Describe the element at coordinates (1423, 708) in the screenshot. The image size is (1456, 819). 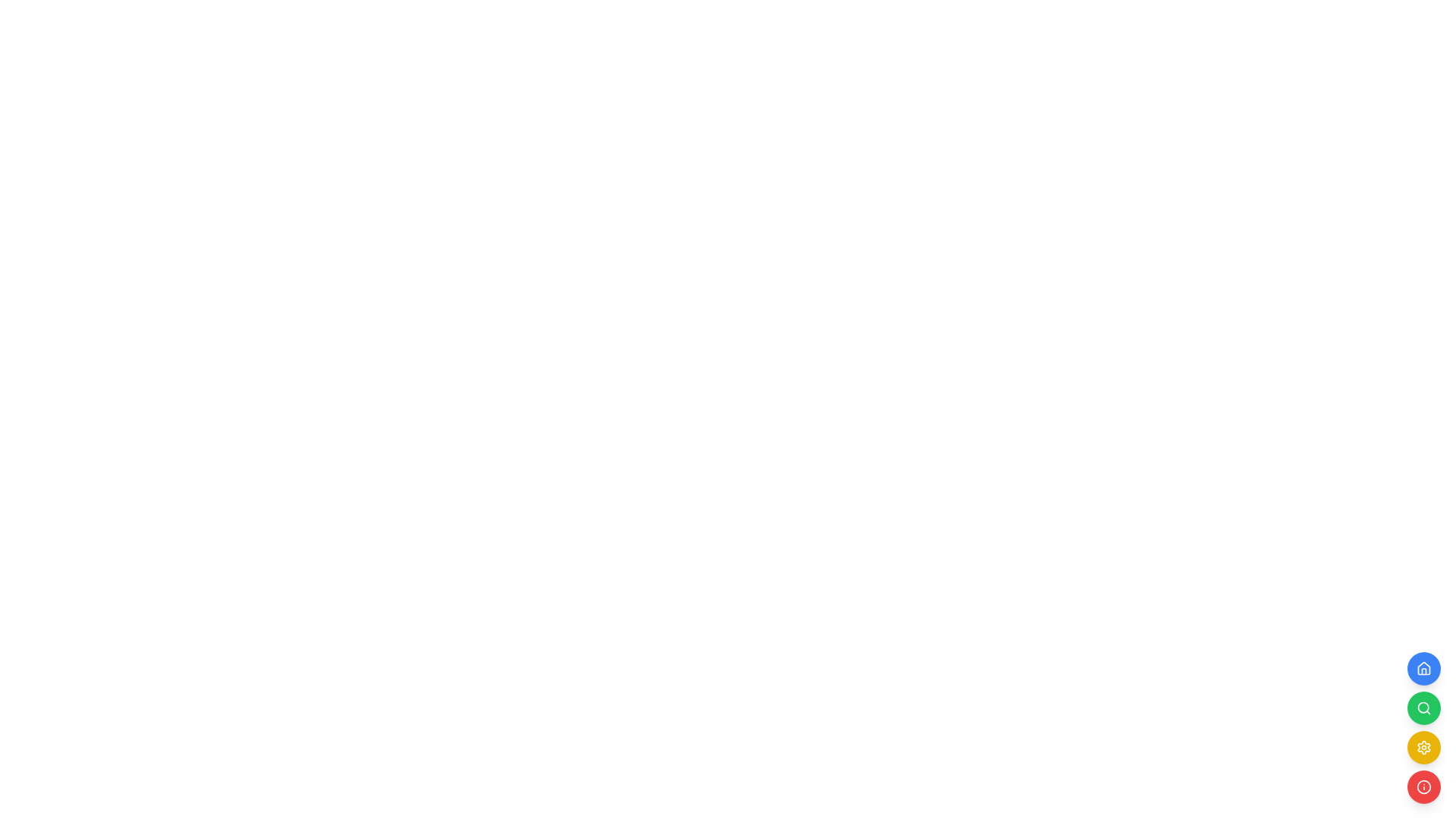
I see `the circular green button with a search icon` at that location.